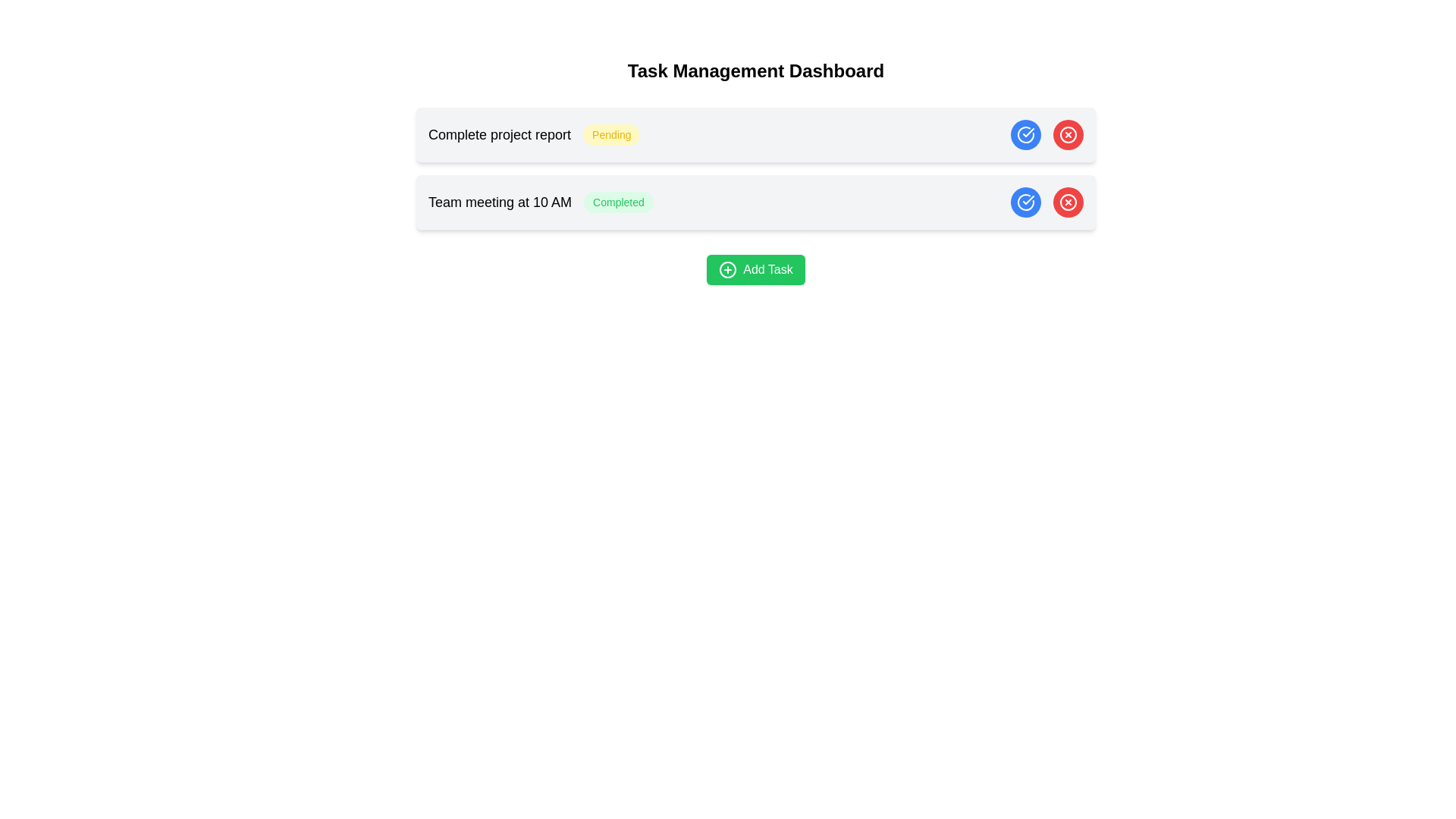 The image size is (1456, 819). What do you see at coordinates (756, 71) in the screenshot?
I see `the static text element that serves as the title or header of the dashboard, providing context about the interface` at bounding box center [756, 71].